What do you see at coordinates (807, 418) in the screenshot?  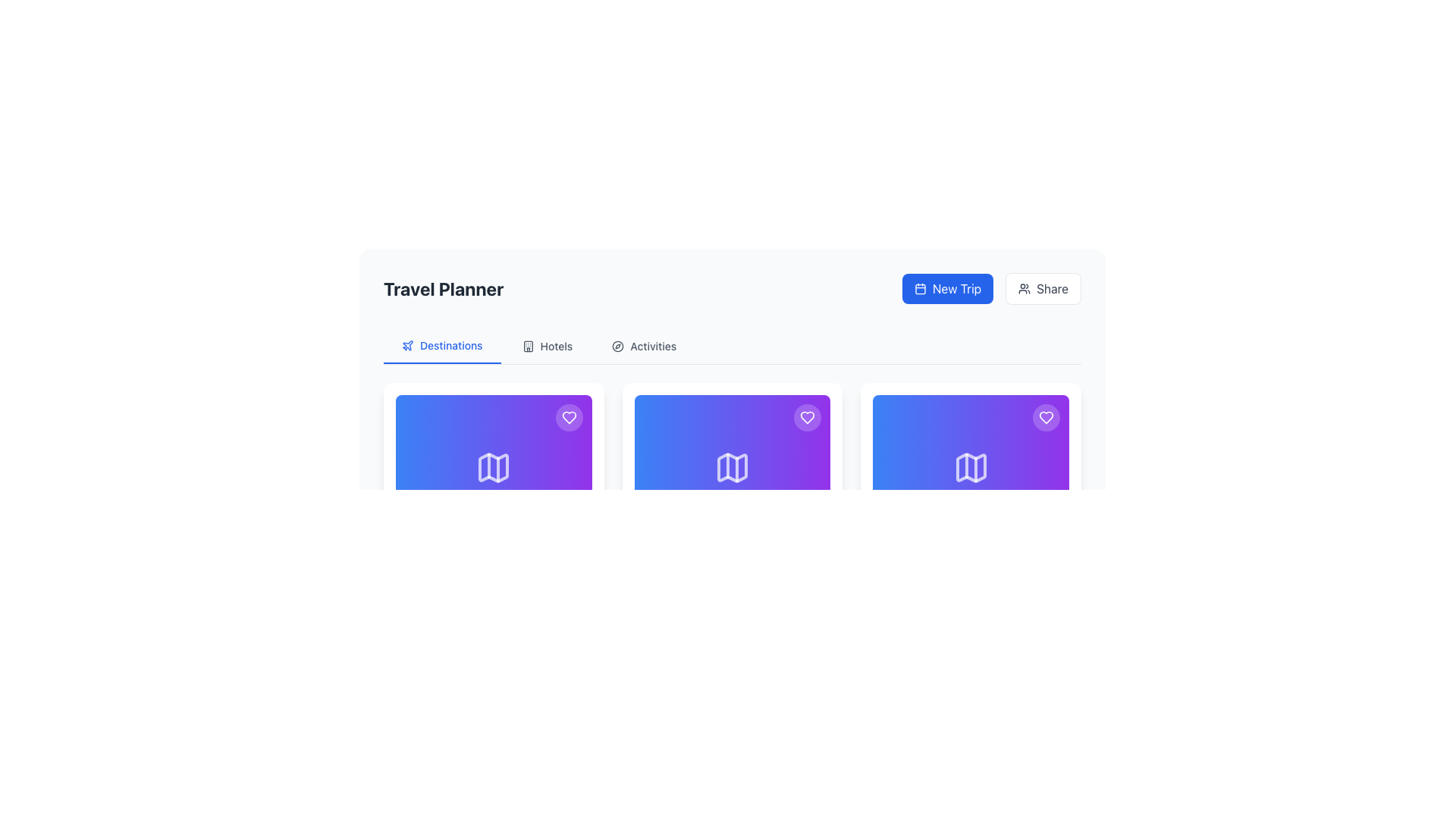 I see `the favorite icon button located in the top-right corner of the card for a destination` at bounding box center [807, 418].